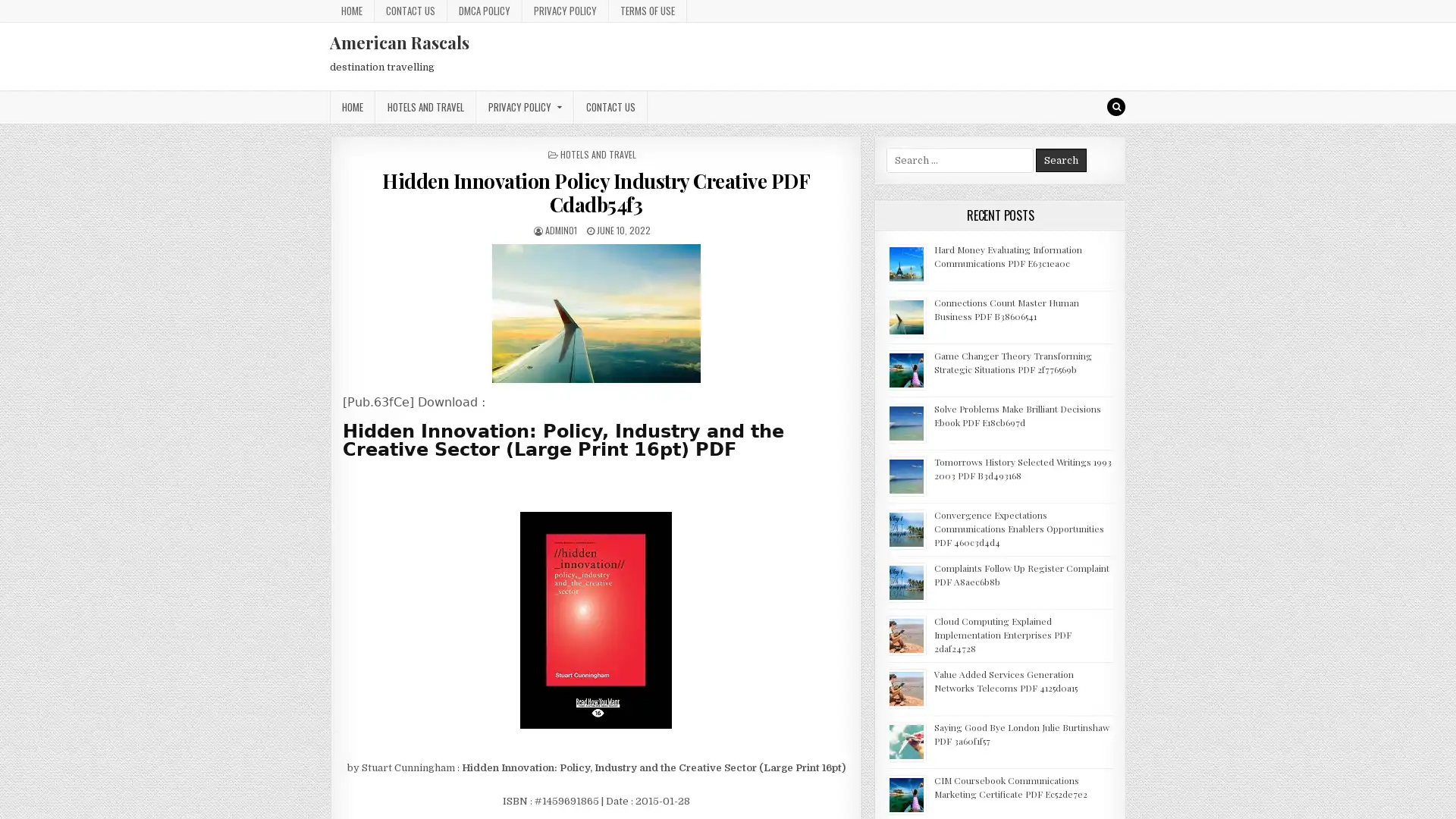  I want to click on Search, so click(1060, 160).